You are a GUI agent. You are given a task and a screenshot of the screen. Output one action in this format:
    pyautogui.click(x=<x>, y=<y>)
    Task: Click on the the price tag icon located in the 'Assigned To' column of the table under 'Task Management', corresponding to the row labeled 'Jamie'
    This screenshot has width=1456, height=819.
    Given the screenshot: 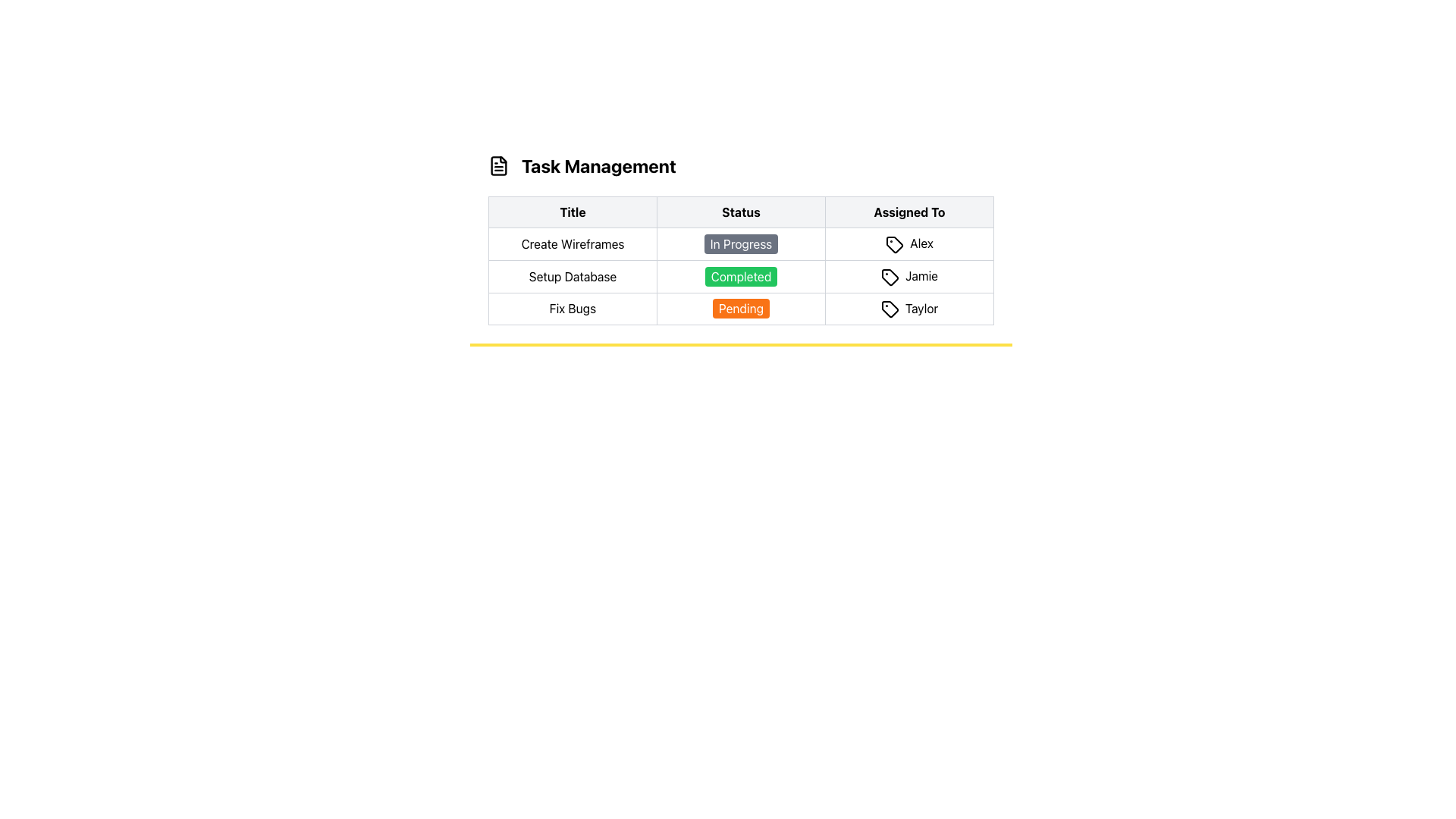 What is the action you would take?
    pyautogui.click(x=890, y=277)
    